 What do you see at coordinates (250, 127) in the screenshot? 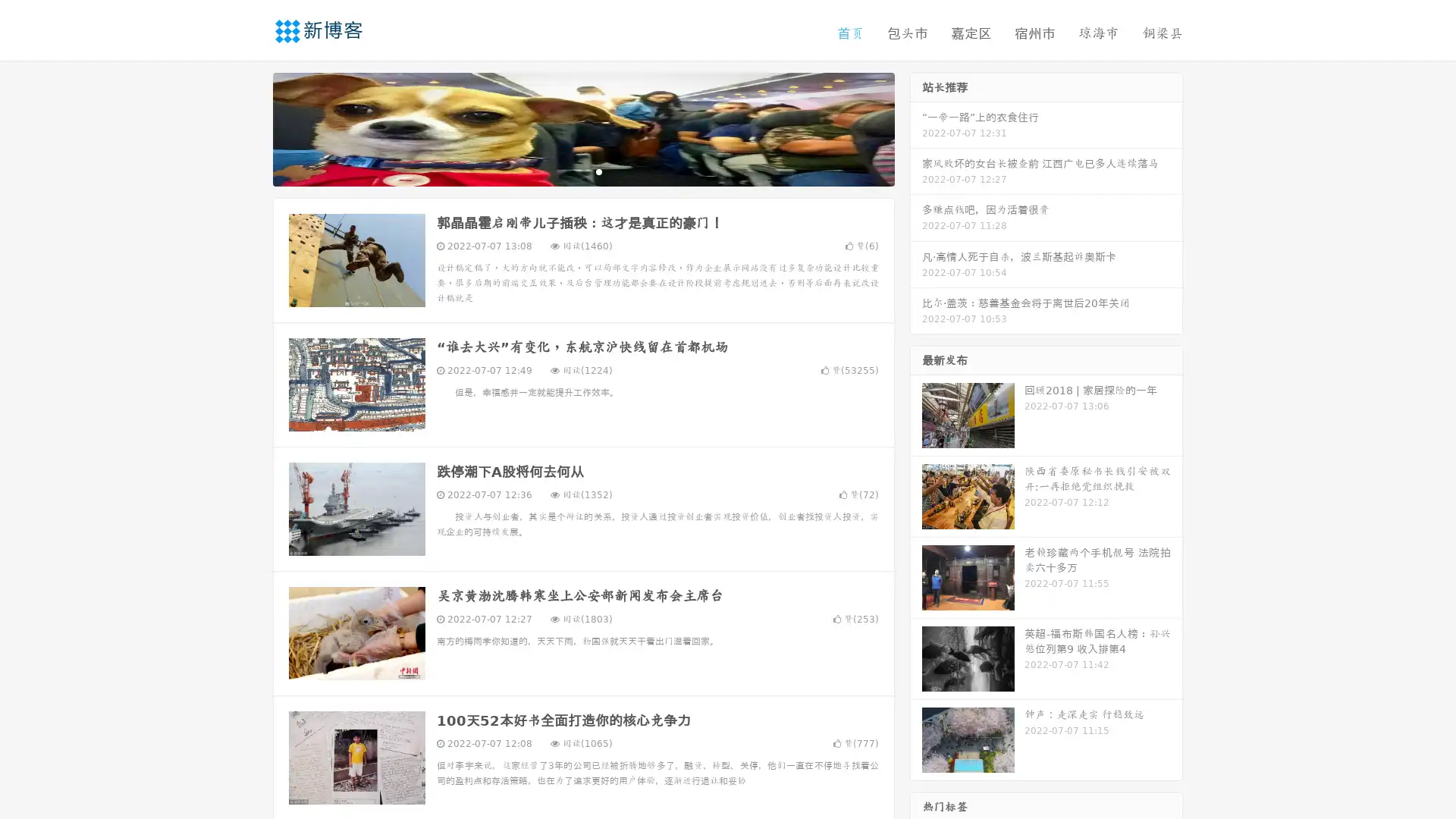
I see `Previous slide` at bounding box center [250, 127].